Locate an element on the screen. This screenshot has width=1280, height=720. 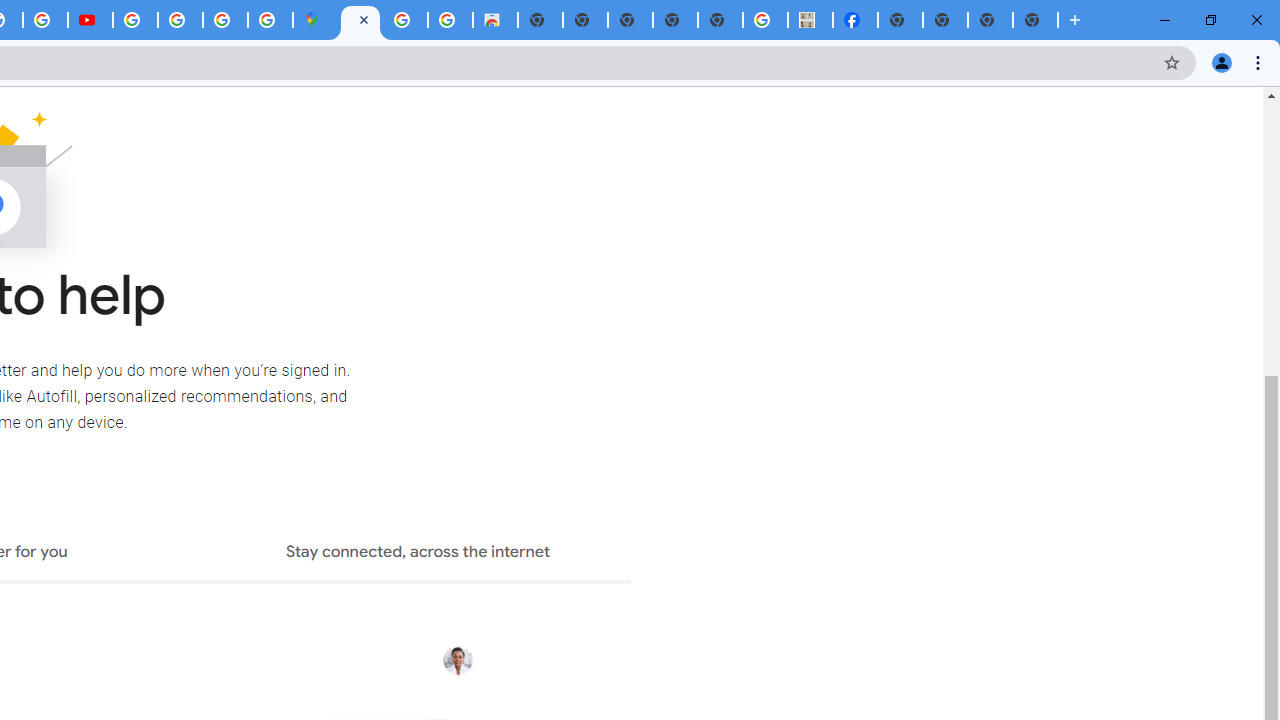
'Google Maps' is located at coordinates (314, 20).